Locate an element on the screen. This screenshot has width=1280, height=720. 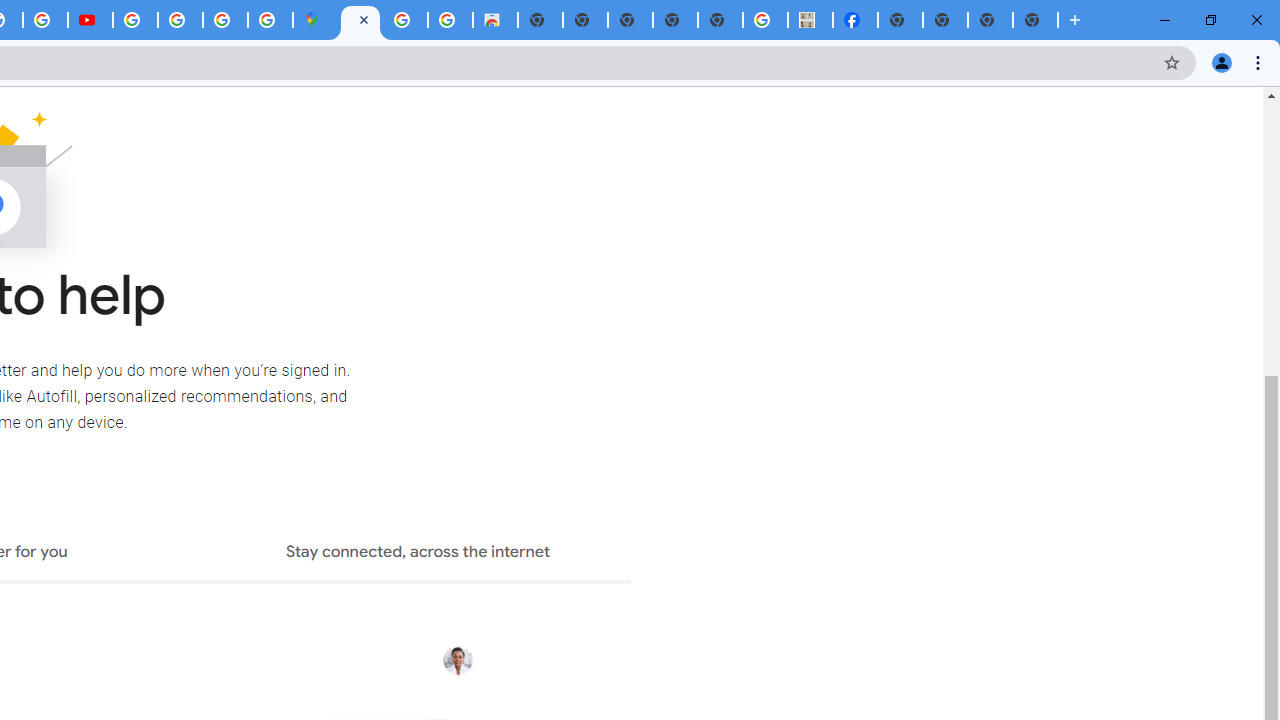
'Google Maps' is located at coordinates (314, 20).